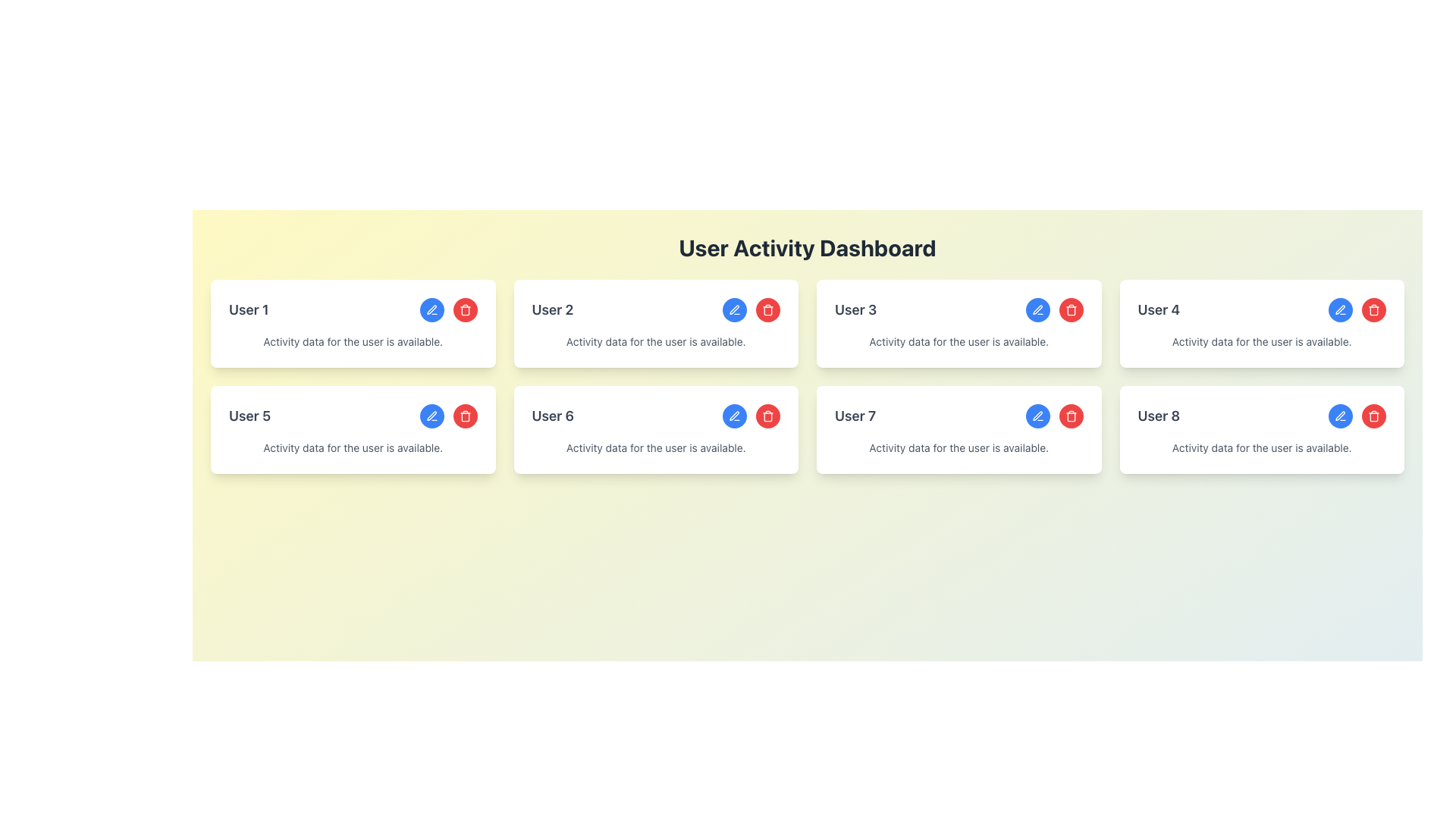 The height and width of the screenshot is (819, 1456). I want to click on the pen icon located next to the 'User 5' text at the bottom right of the card, so click(431, 416).